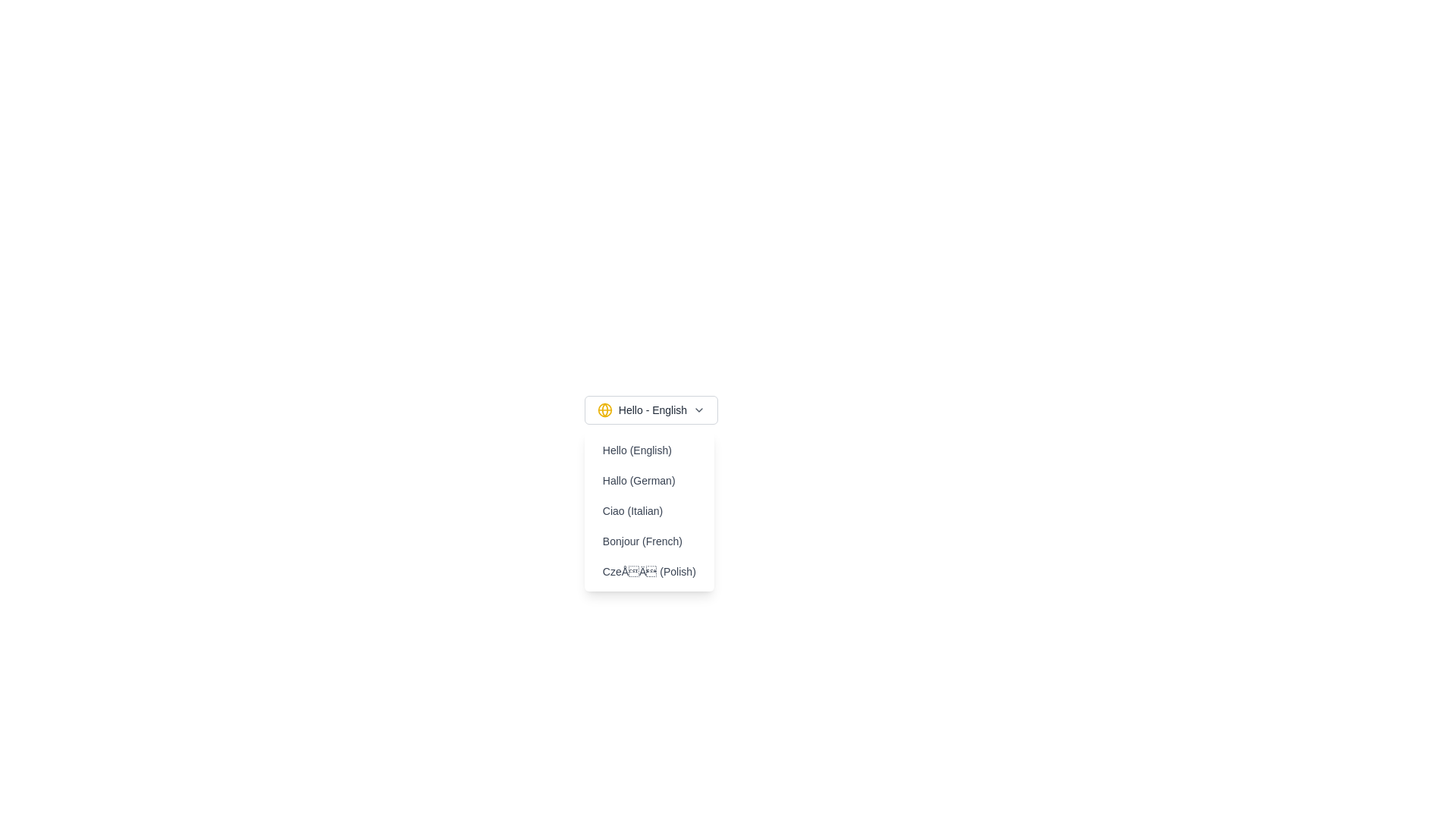 Image resolution: width=1456 pixels, height=819 pixels. Describe the element at coordinates (648, 511) in the screenshot. I see `the 'Ciao' text label representing the Italian language option in the dropdown menu` at that location.